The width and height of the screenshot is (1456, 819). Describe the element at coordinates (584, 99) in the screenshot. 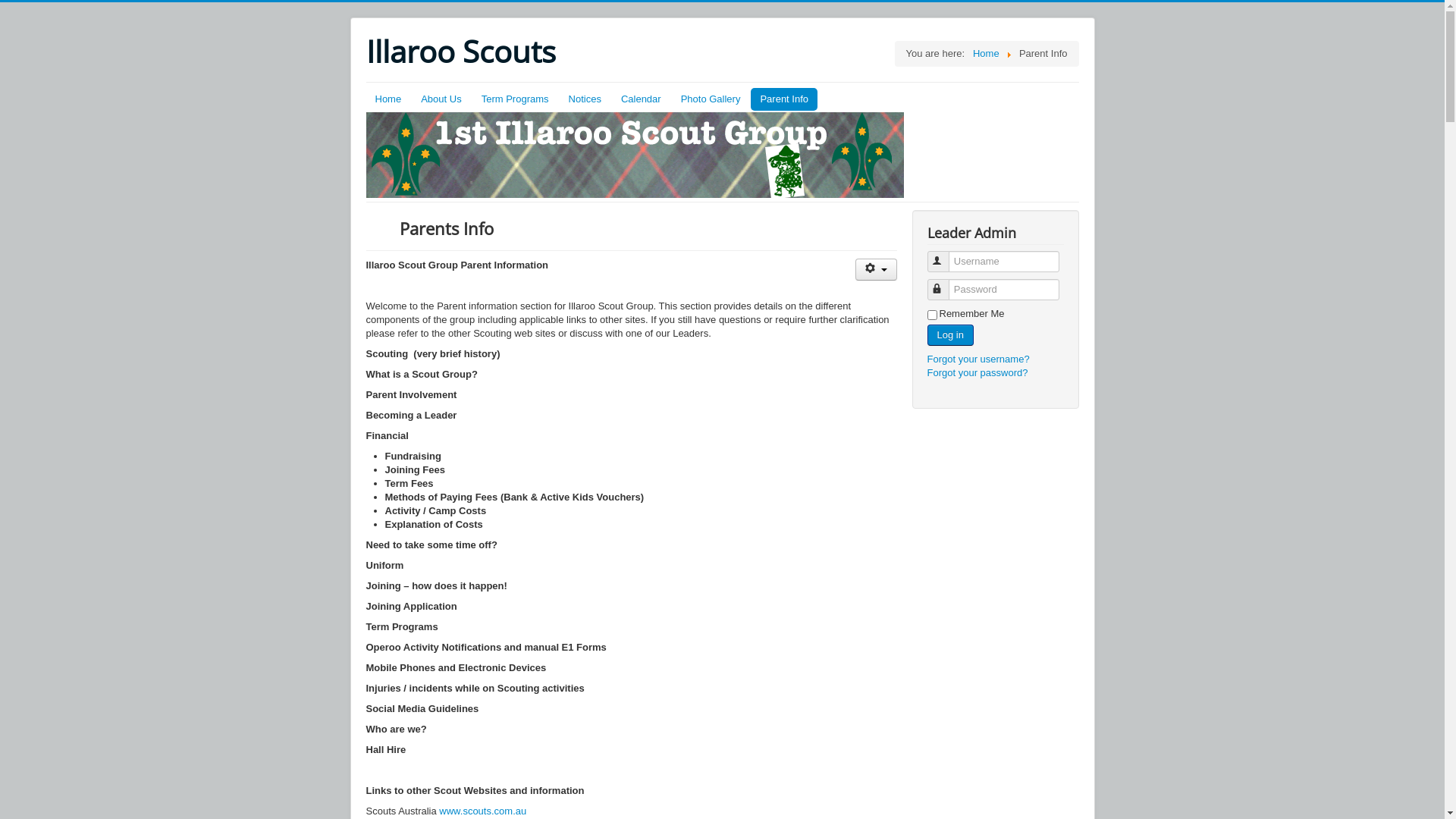

I see `'Notices'` at that location.